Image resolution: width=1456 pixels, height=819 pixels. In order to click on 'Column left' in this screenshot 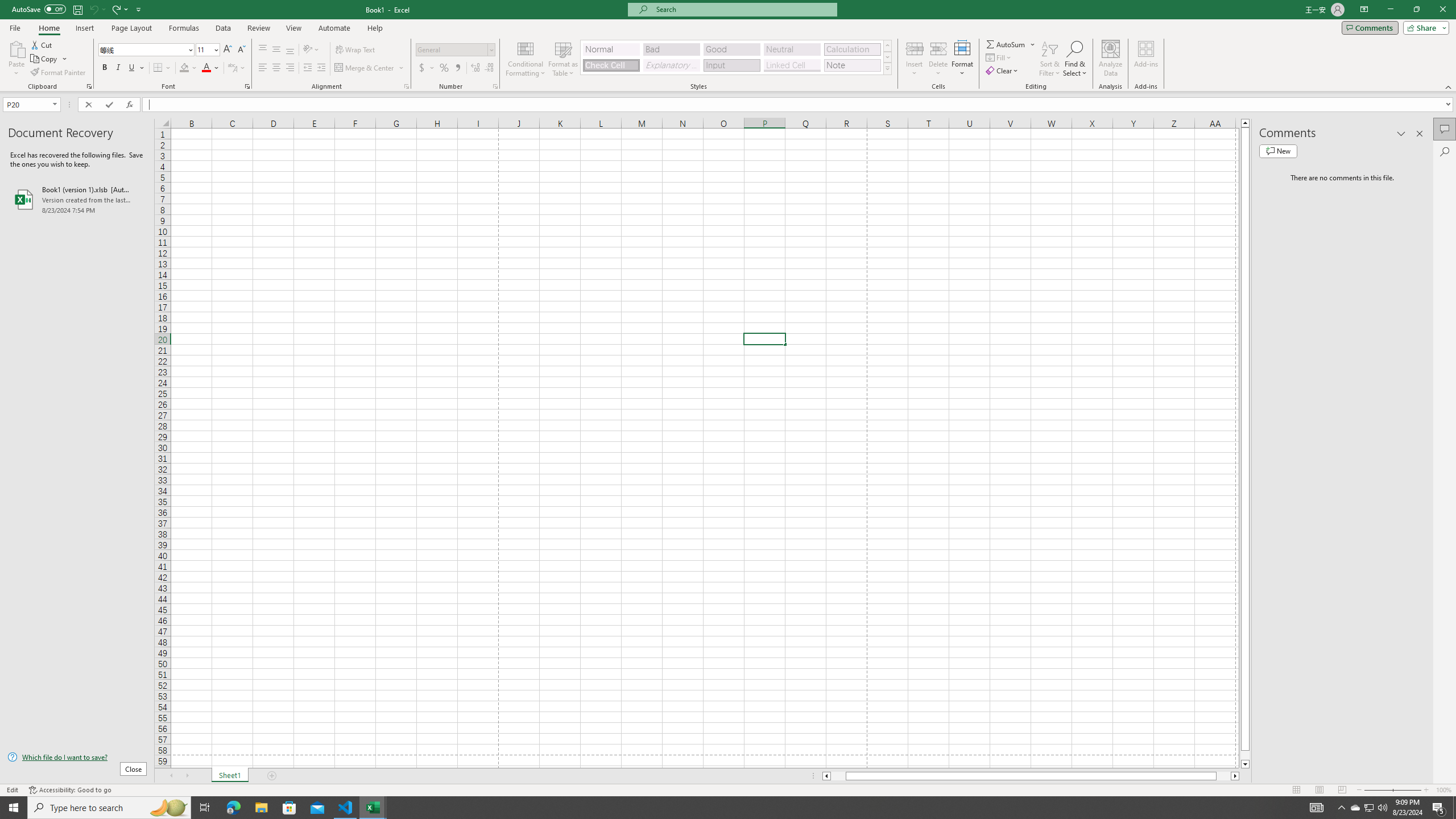, I will do `click(825, 775)`.